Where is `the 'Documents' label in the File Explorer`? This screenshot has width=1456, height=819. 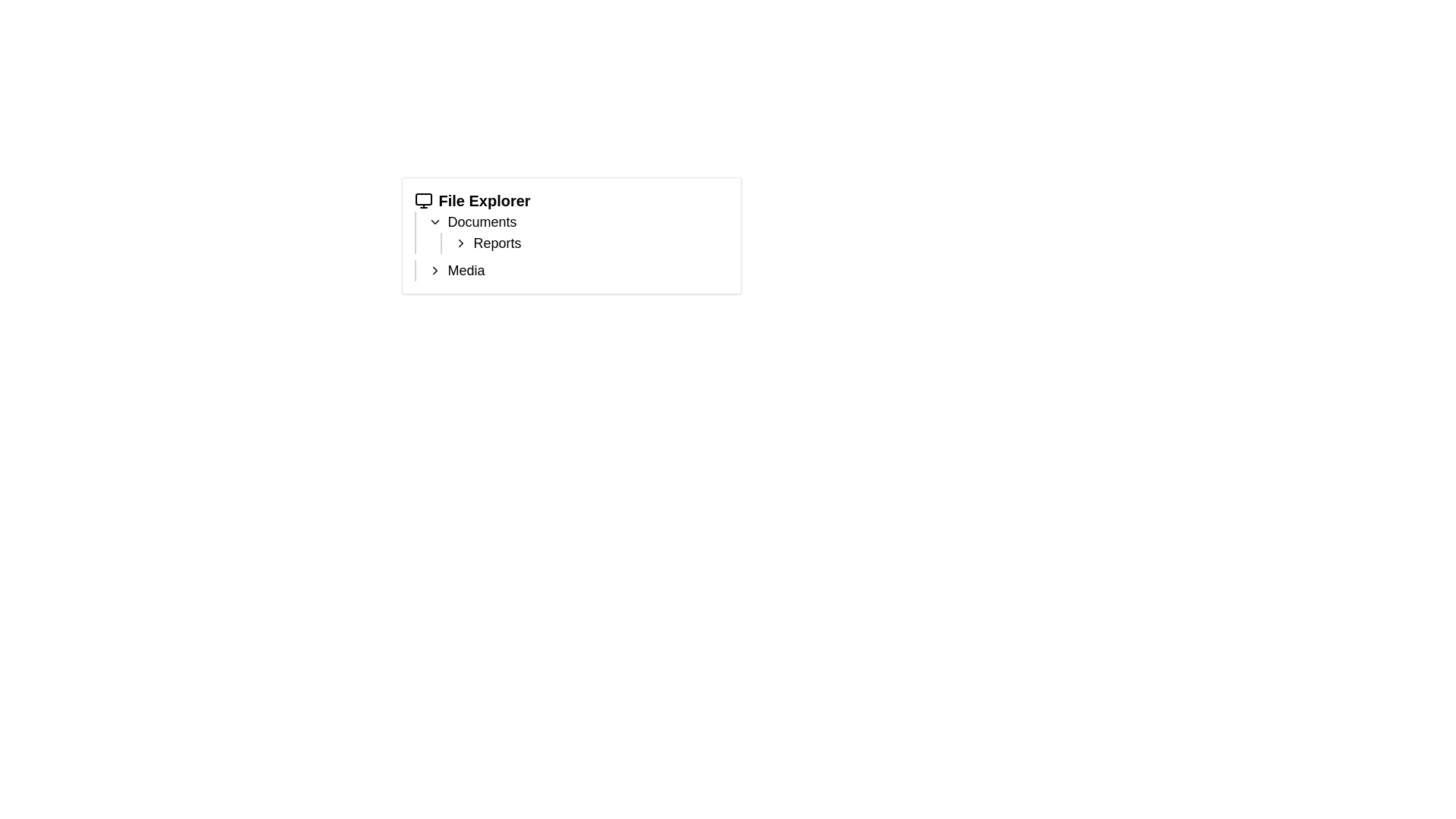 the 'Documents' label in the File Explorer is located at coordinates (482, 222).